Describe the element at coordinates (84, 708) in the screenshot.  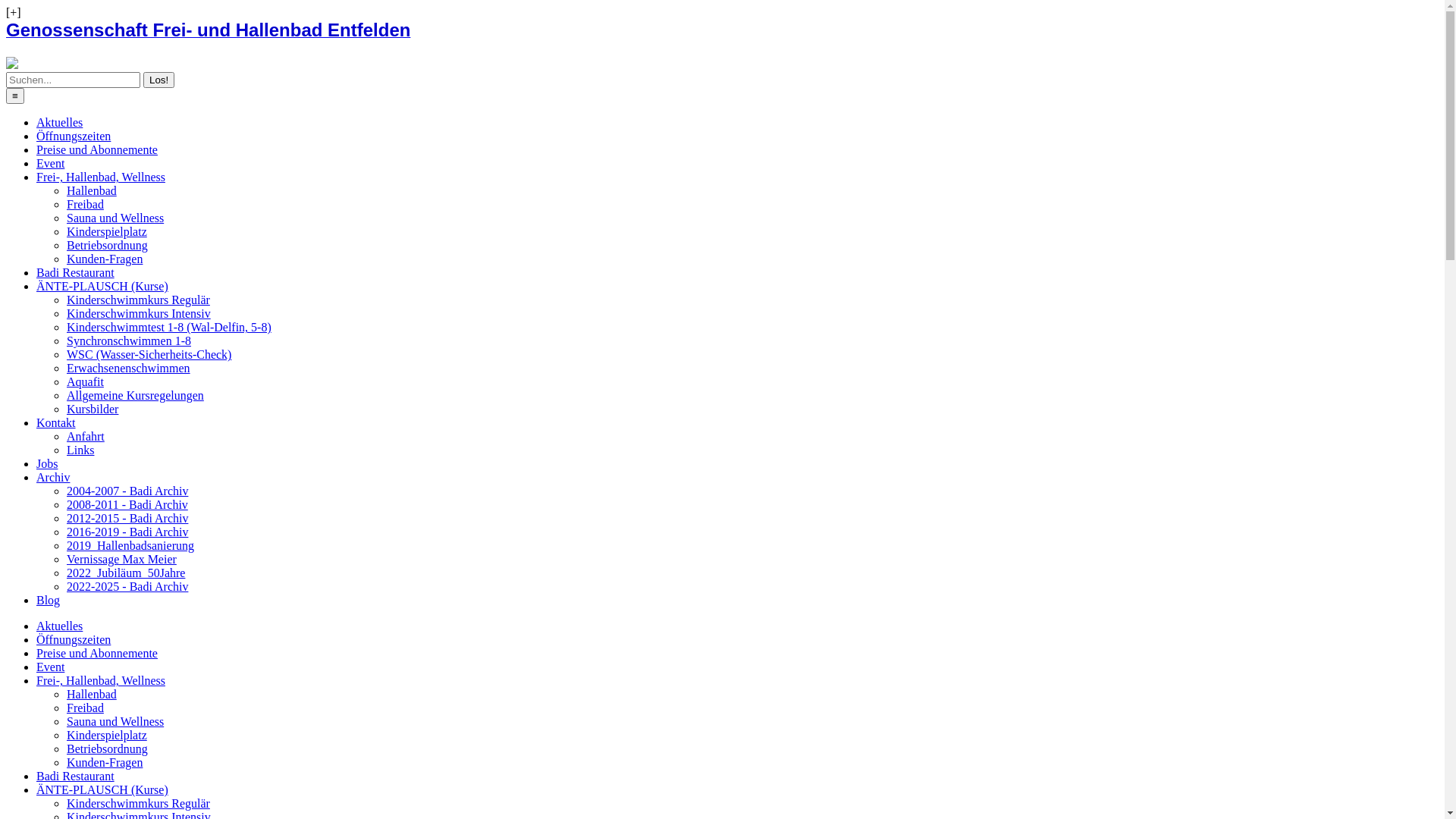
I see `'Freibad'` at that location.